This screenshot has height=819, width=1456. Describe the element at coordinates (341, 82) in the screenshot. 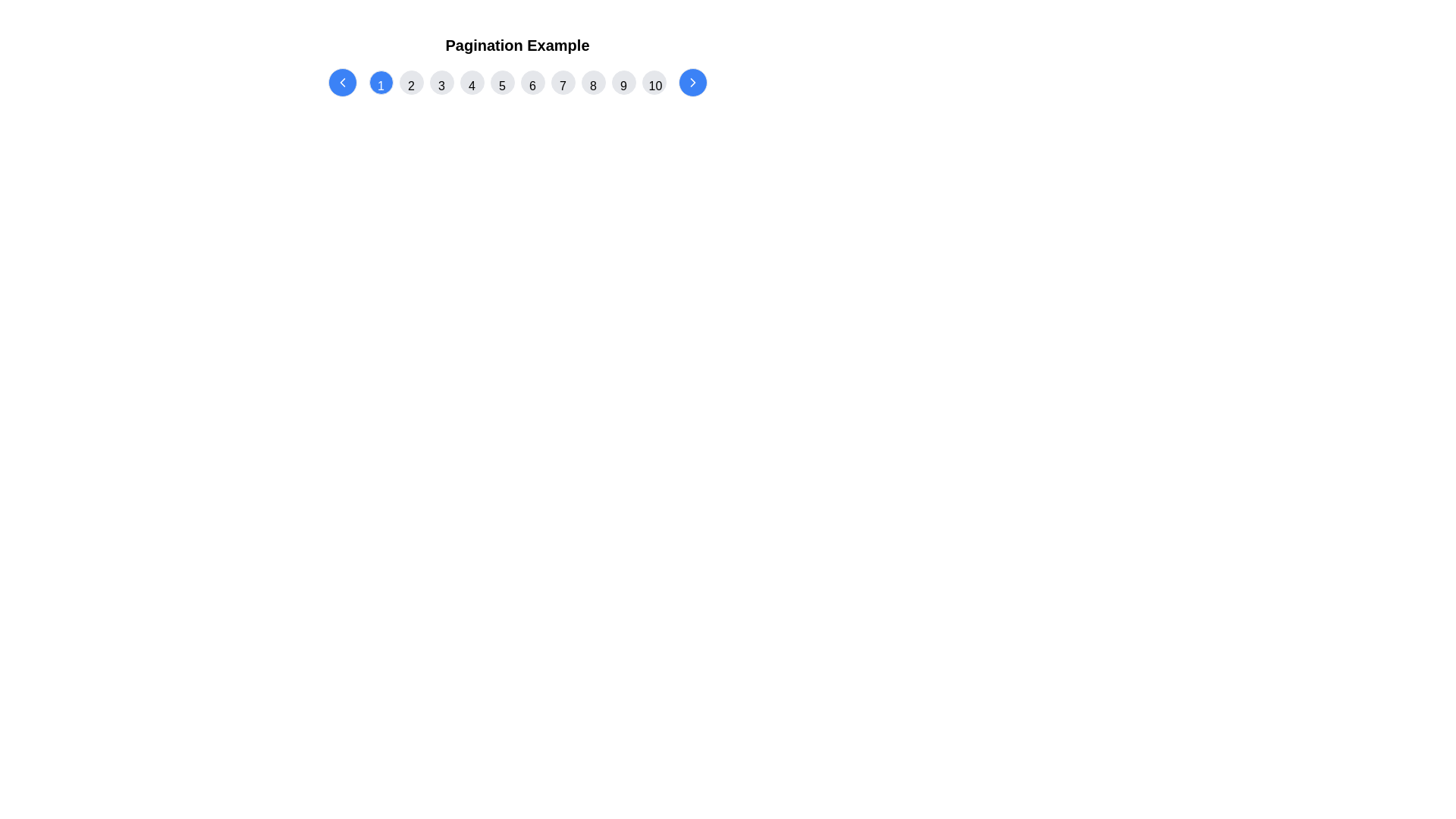

I see `the left-pointing chevron icon inside the blue circular button` at that location.